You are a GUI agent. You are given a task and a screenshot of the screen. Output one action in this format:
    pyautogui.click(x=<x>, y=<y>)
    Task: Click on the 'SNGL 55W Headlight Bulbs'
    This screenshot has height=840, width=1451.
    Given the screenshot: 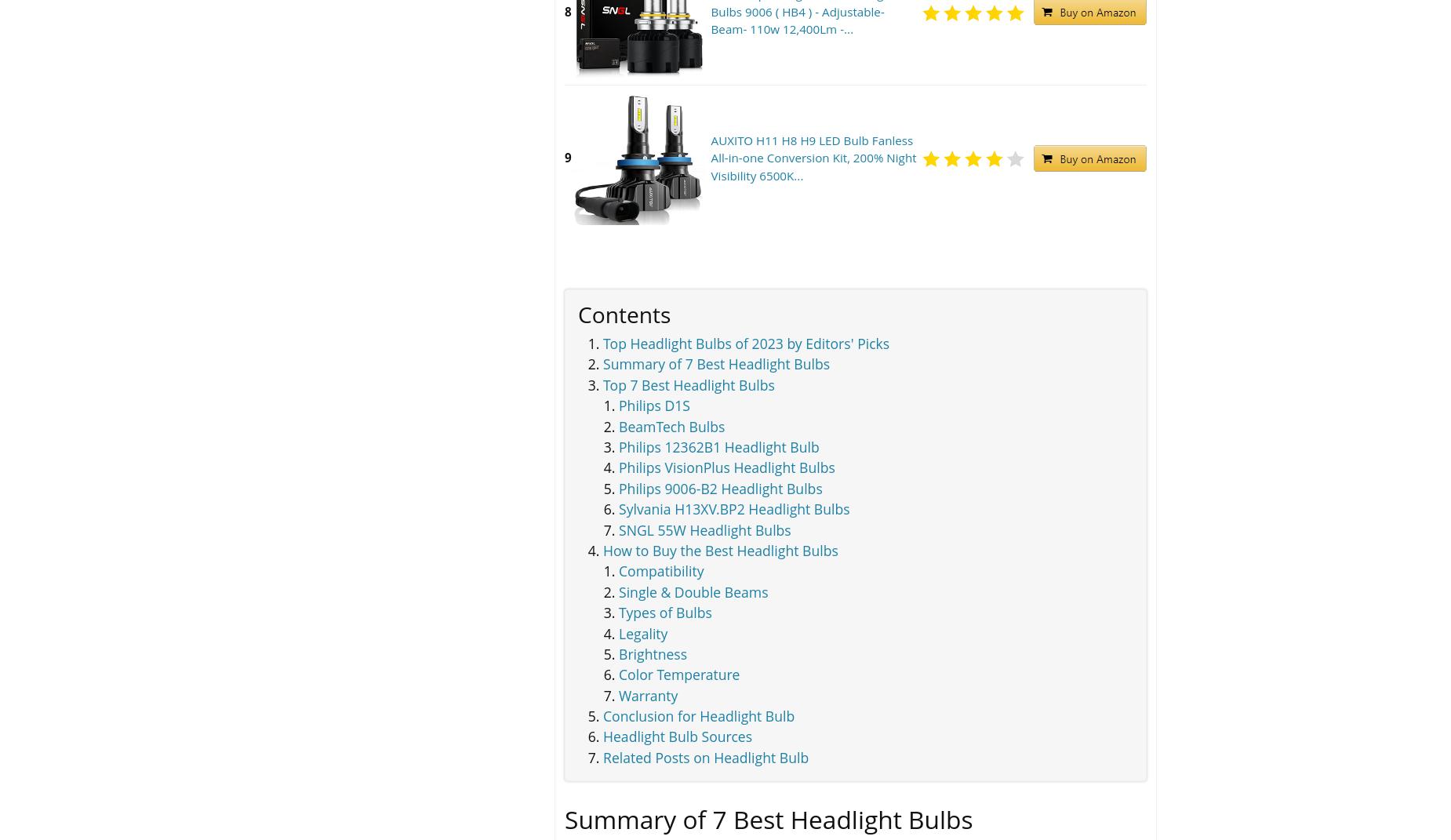 What is the action you would take?
    pyautogui.click(x=704, y=529)
    